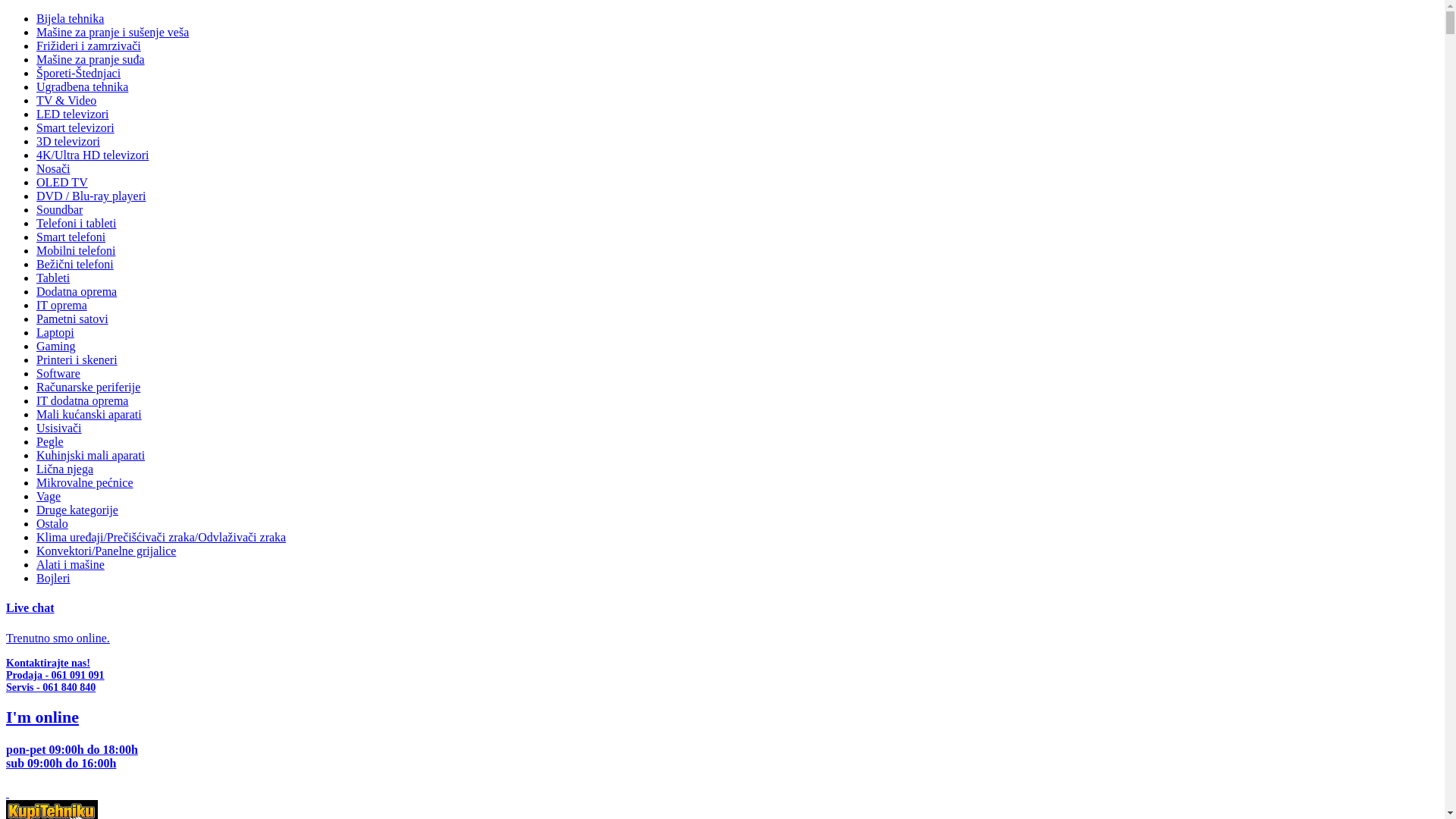 The image size is (1456, 819). What do you see at coordinates (36, 127) in the screenshot?
I see `'Smart televizori'` at bounding box center [36, 127].